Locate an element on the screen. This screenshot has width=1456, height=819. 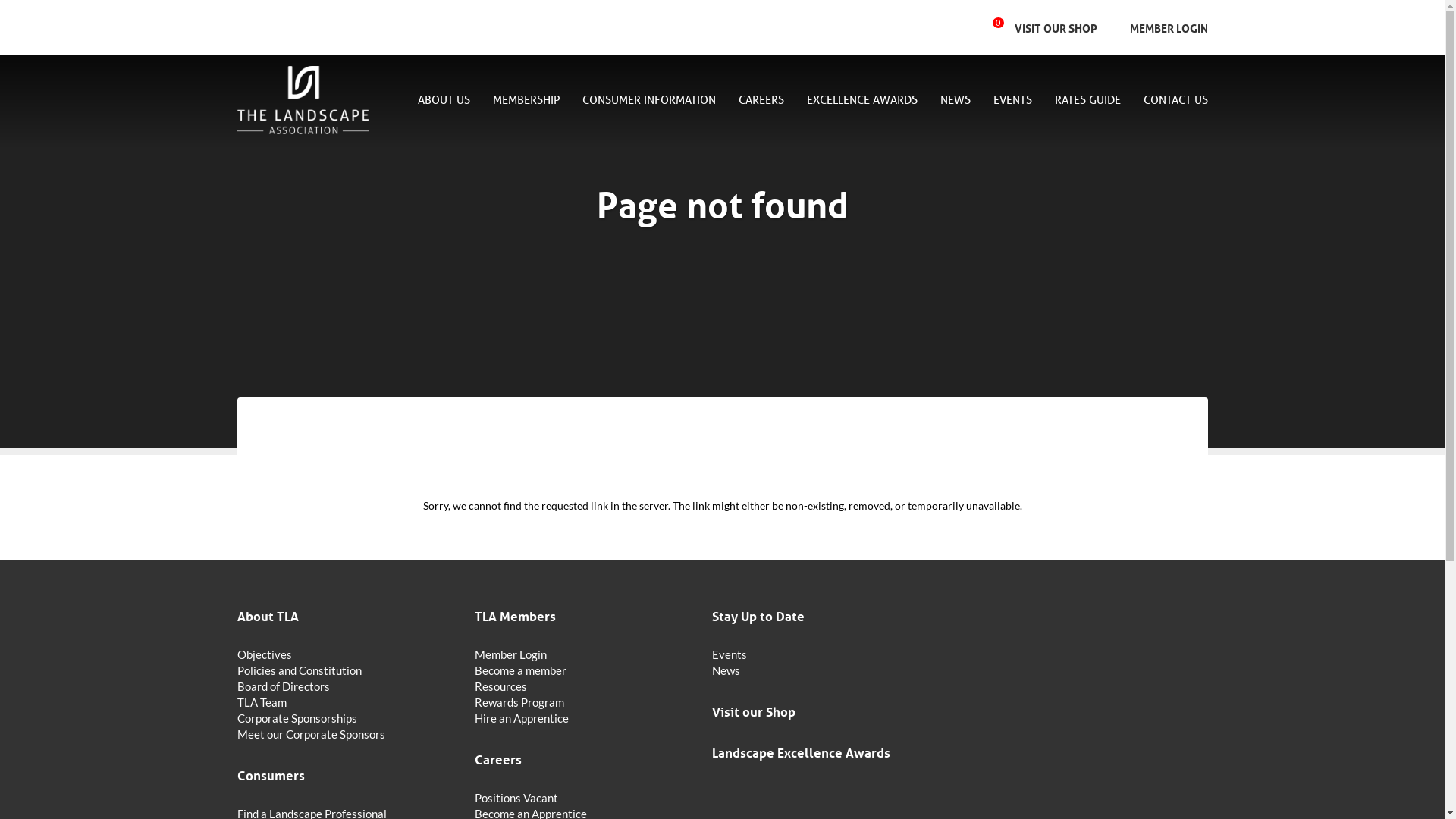
'MEMBERSHIP' is located at coordinates (526, 101).